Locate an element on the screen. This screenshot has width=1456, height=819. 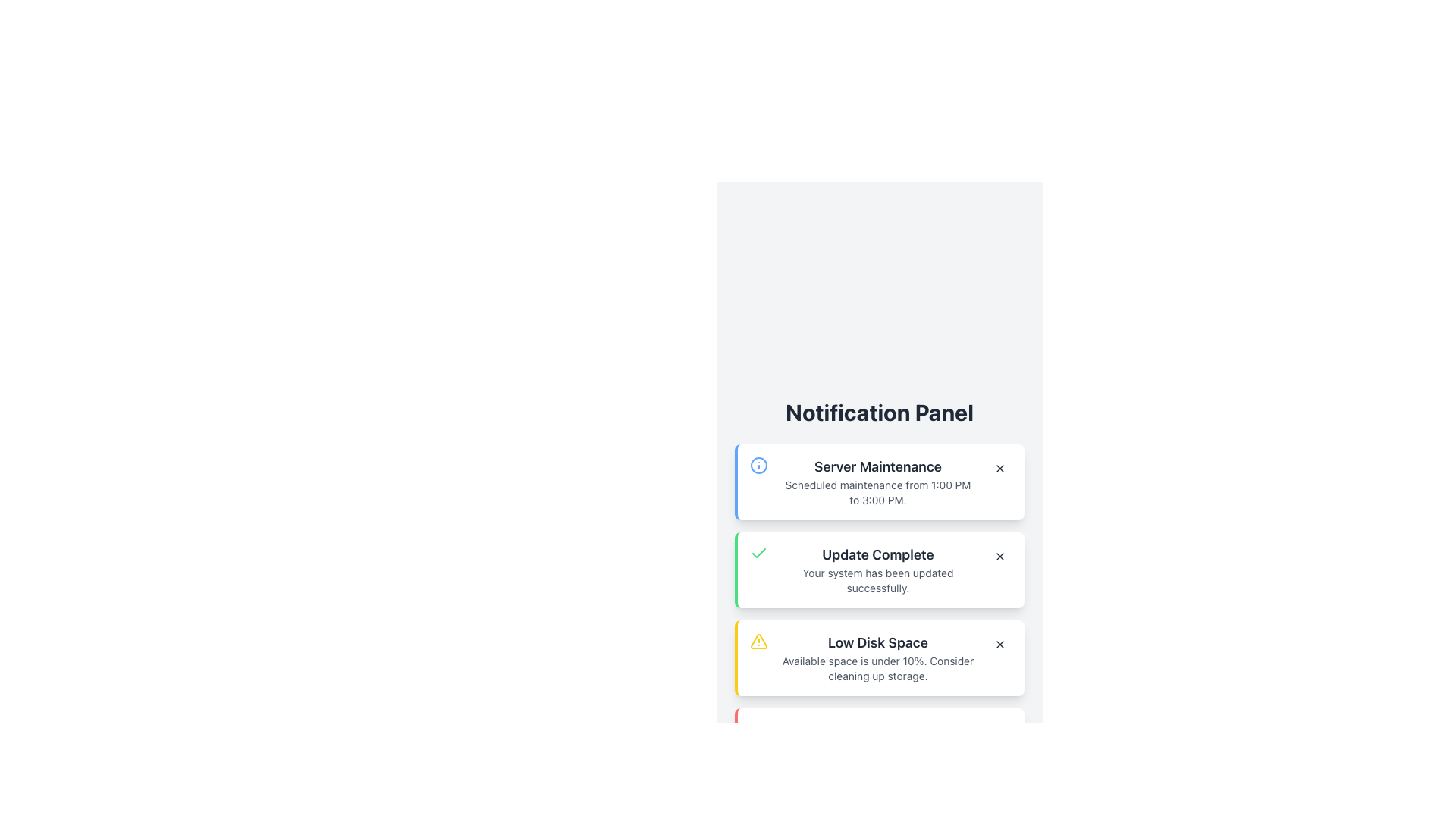
the 'Low Disk Space' text label, which is prominently displayed in bold and dark gray is located at coordinates (877, 643).